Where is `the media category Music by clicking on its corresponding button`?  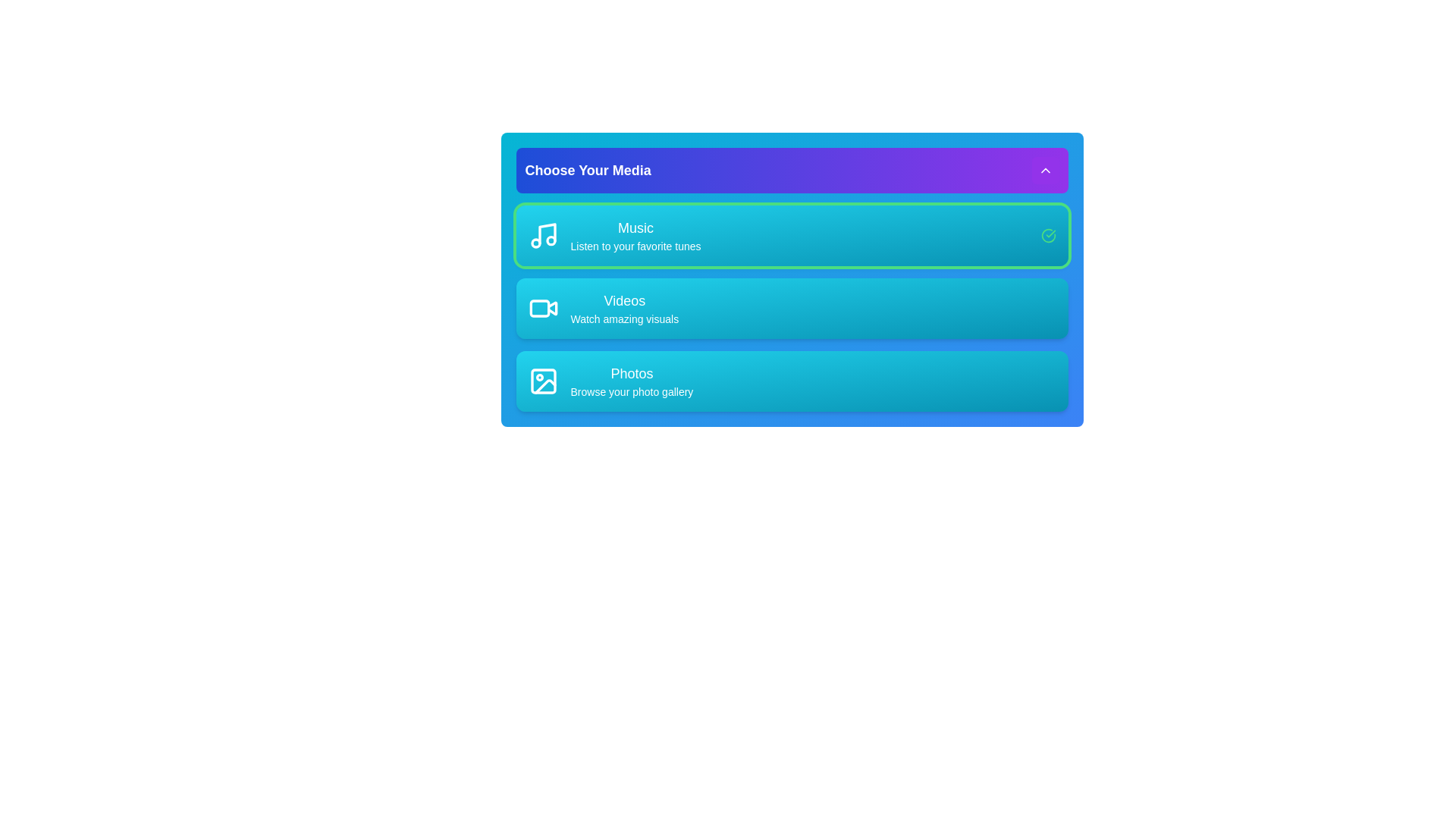 the media category Music by clicking on its corresponding button is located at coordinates (614, 236).